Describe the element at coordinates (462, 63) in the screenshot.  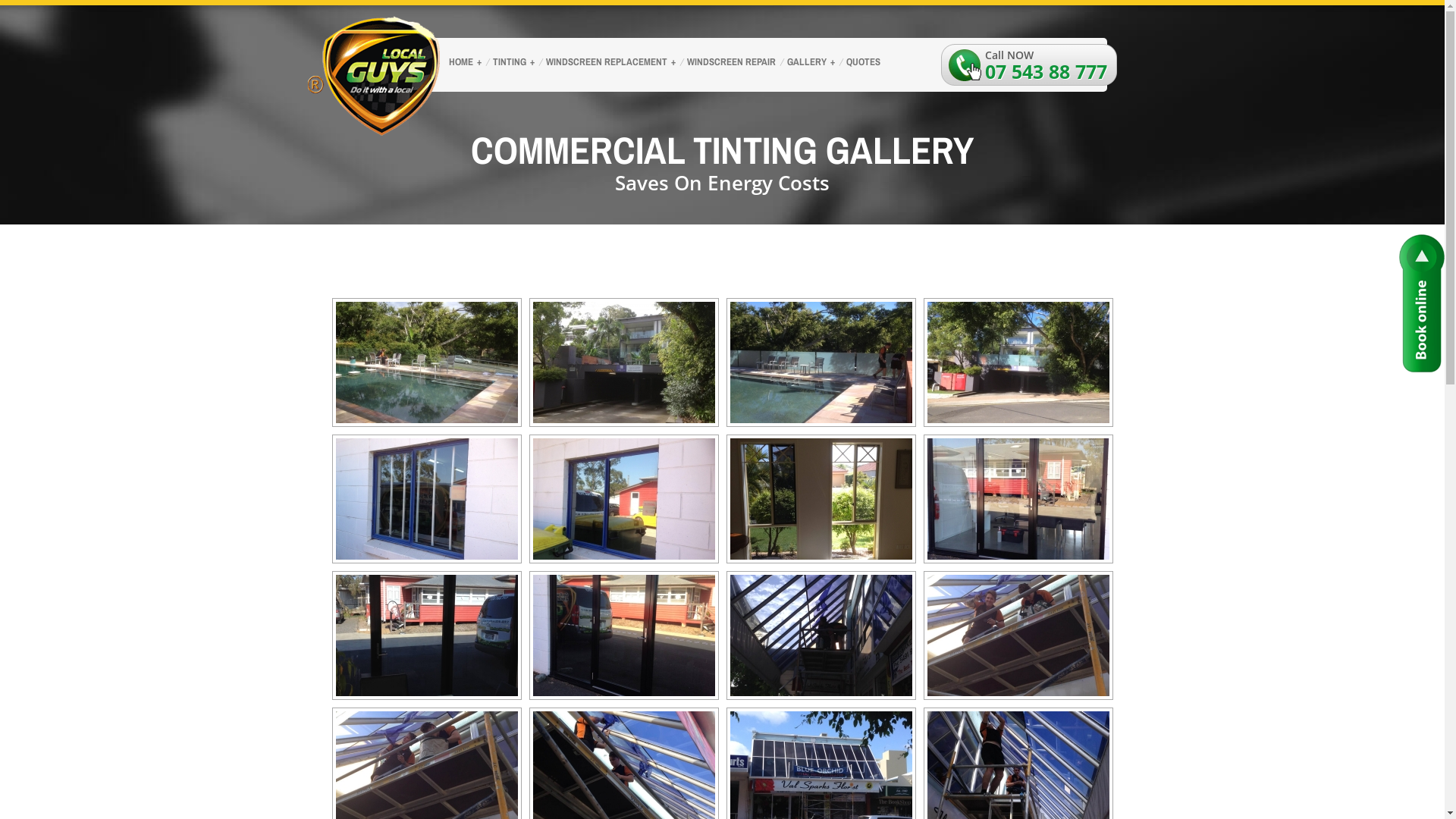
I see `'HOME'` at that location.